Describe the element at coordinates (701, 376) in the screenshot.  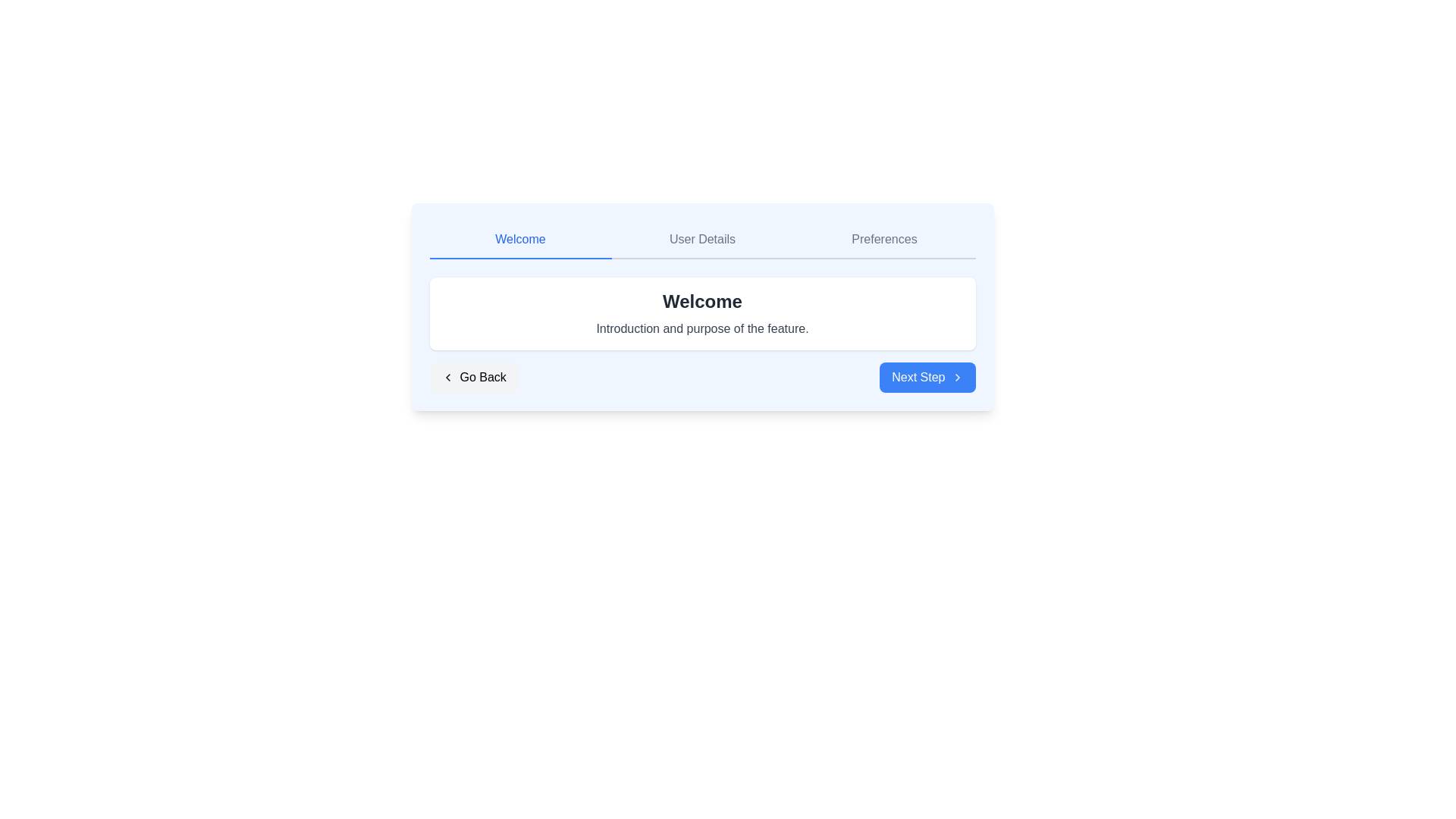
I see `the navigation bar buttons` at that location.